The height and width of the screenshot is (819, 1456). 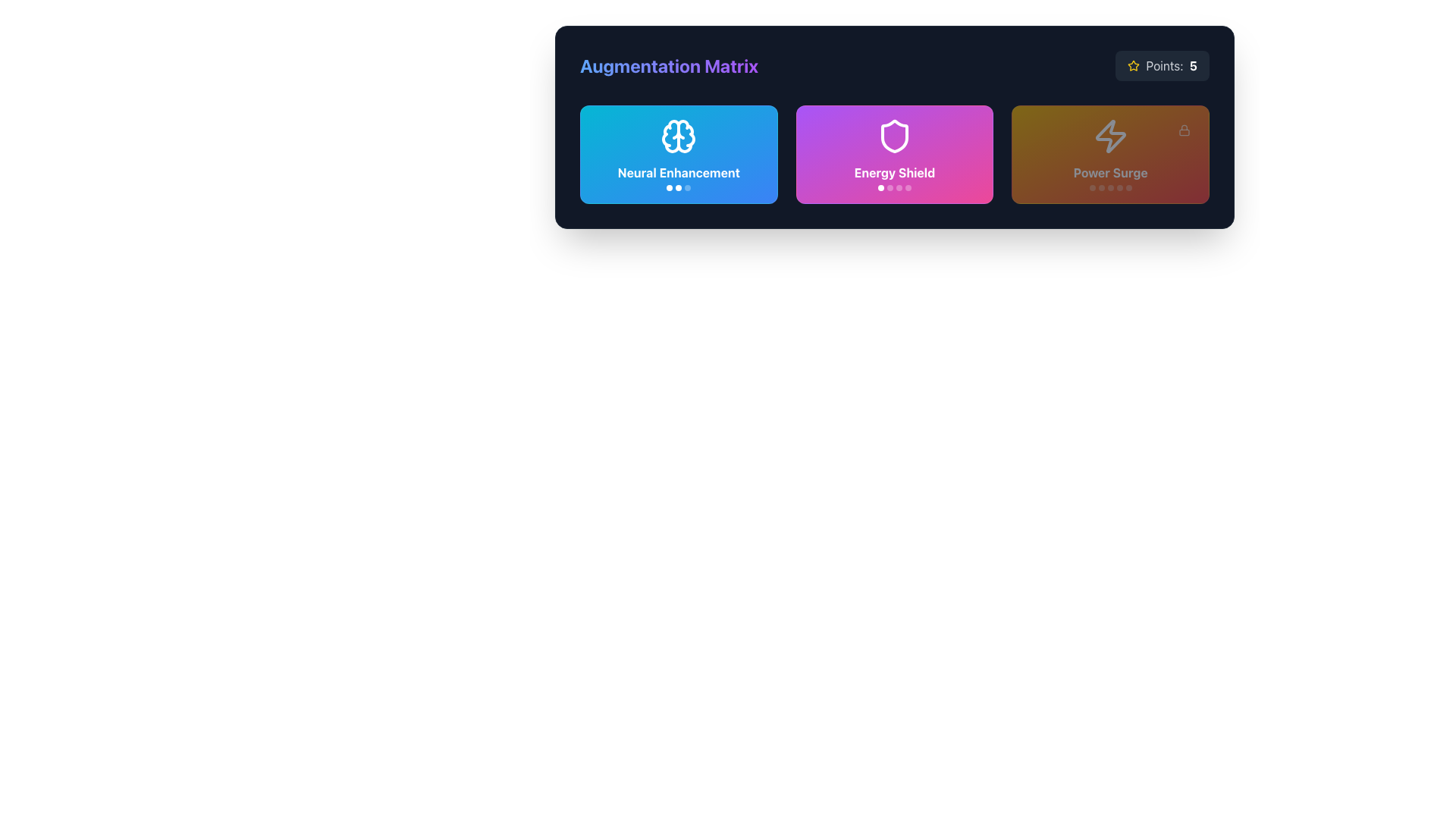 I want to click on the icon representing brain enhancement within the 'Neural Enhancement' card, positioned at the top-middle of the blue card, so click(x=670, y=136).